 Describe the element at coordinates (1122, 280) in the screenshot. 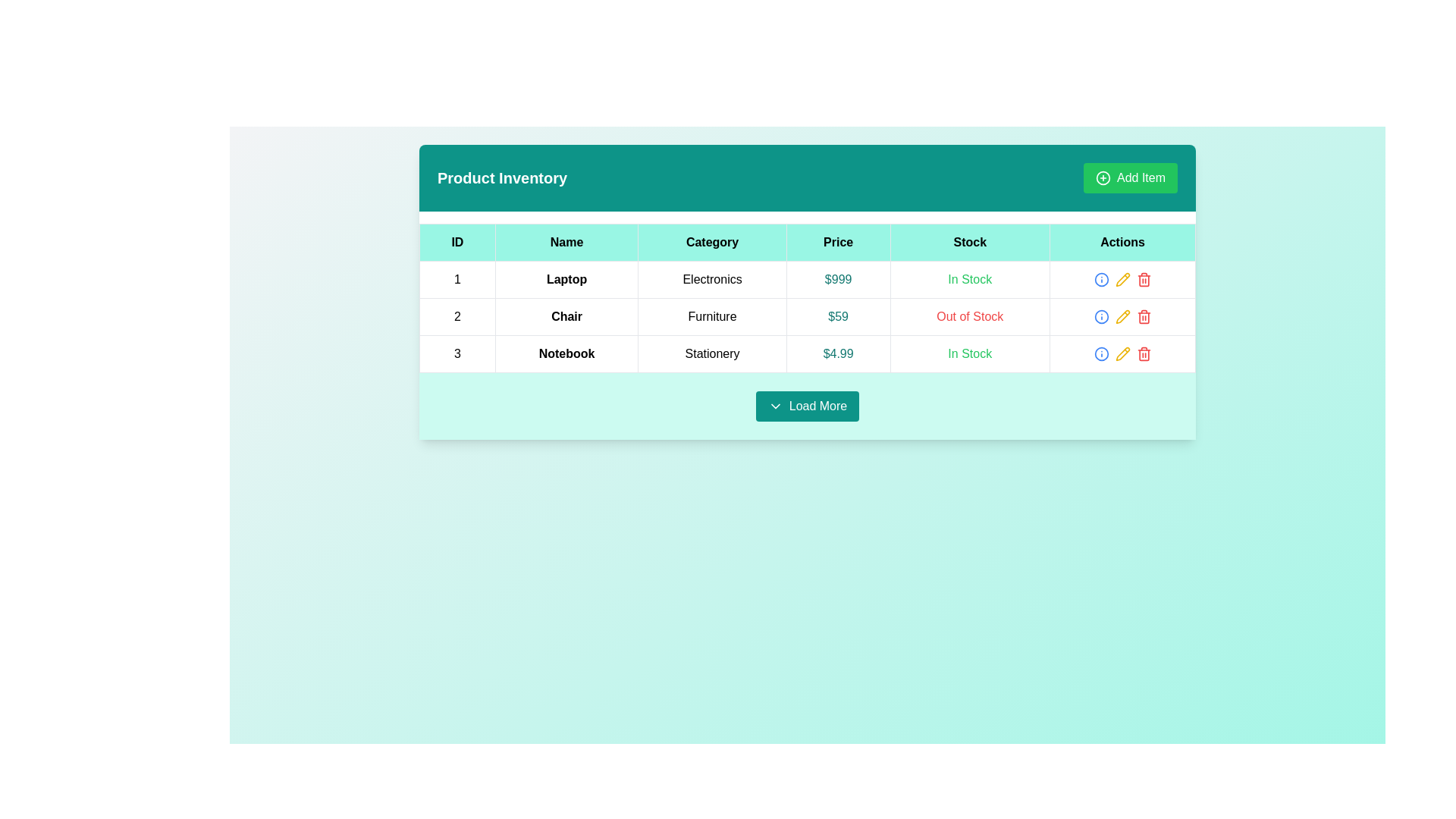

I see `the pencil-shaped icon with a yellow stroke and white fill located in the third row of the 'Actions' column` at that location.